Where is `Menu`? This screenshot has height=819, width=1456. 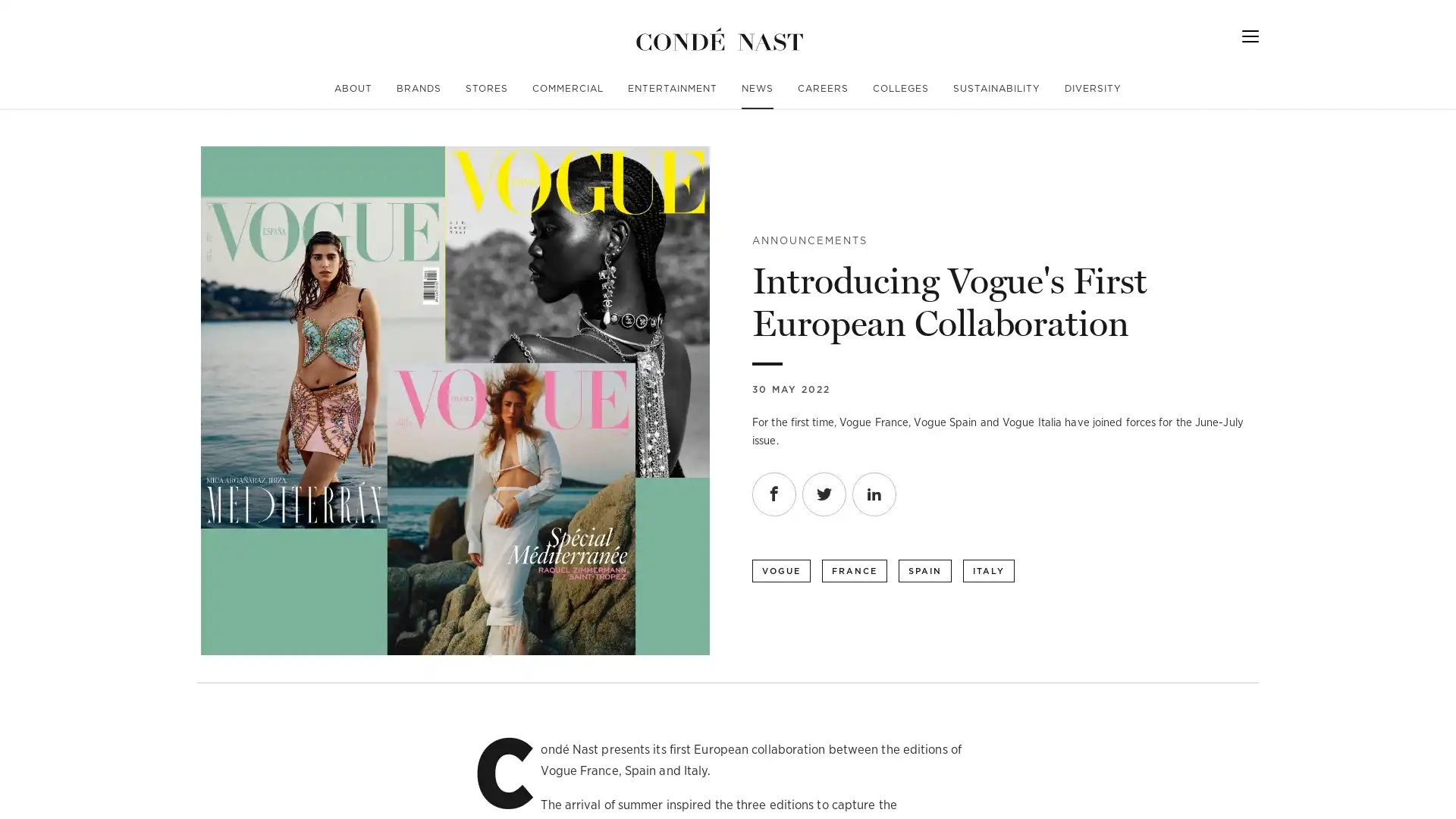 Menu is located at coordinates (1250, 36).